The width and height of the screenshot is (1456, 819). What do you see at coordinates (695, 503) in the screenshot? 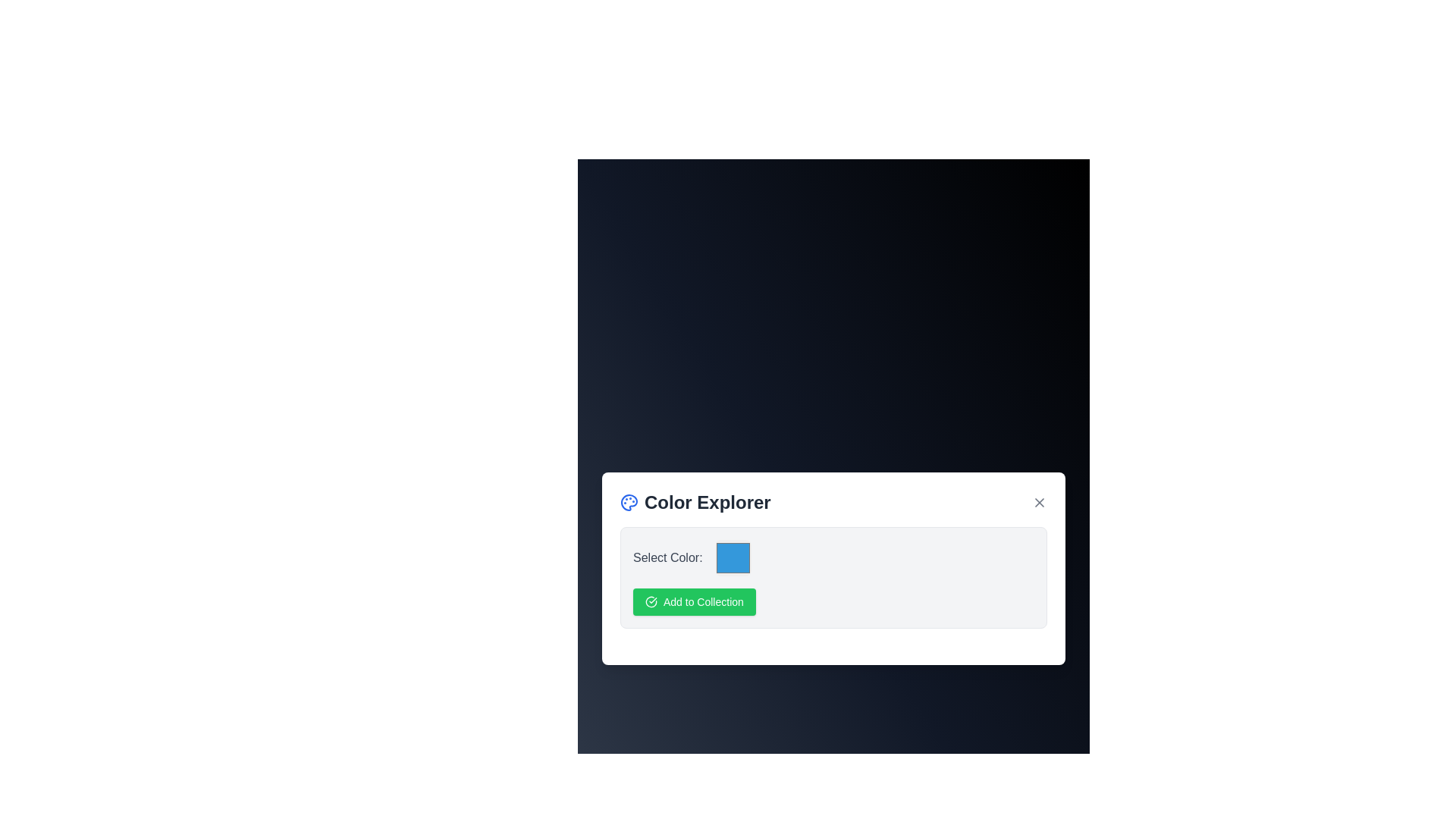
I see `the 'Color Explorer' text header element, which features bold text and a blue palette icon, located at the top center of the dialog box` at bounding box center [695, 503].